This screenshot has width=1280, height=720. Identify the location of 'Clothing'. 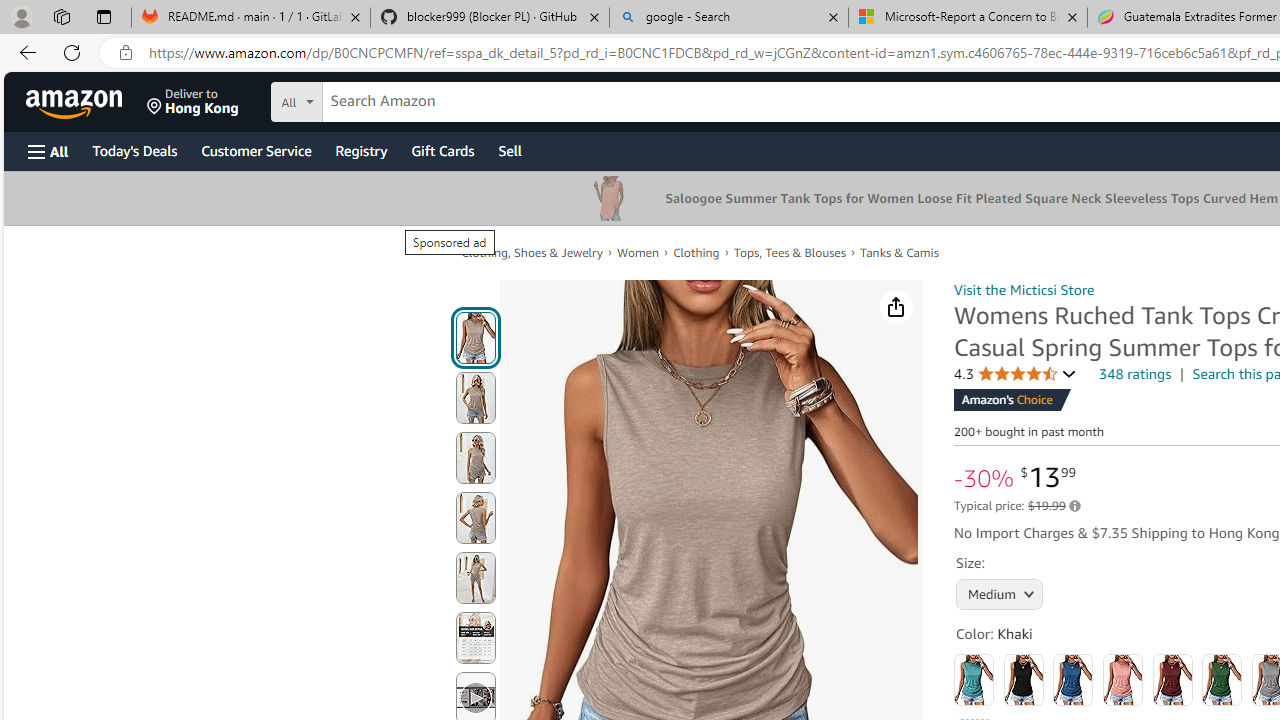
(696, 251).